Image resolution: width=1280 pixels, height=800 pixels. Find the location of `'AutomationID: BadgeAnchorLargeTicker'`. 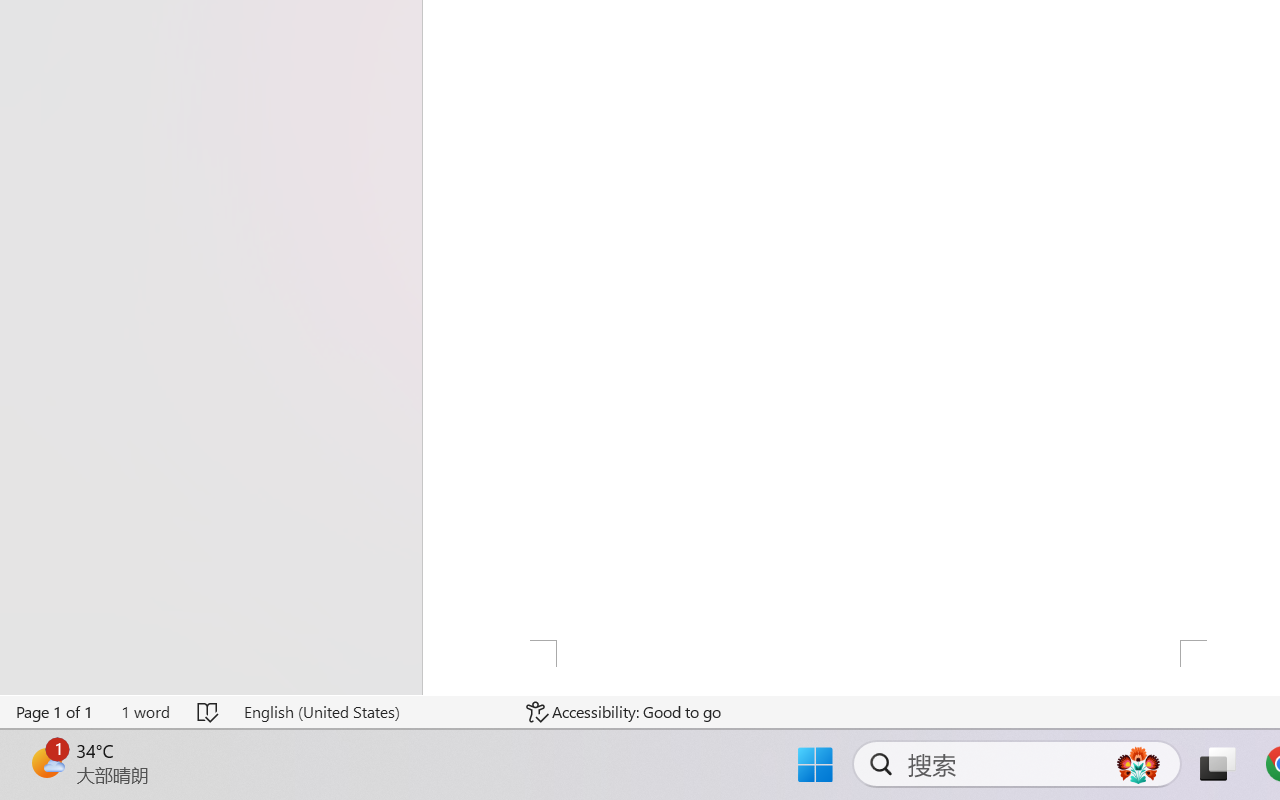

'AutomationID: BadgeAnchorLargeTicker' is located at coordinates (46, 762).